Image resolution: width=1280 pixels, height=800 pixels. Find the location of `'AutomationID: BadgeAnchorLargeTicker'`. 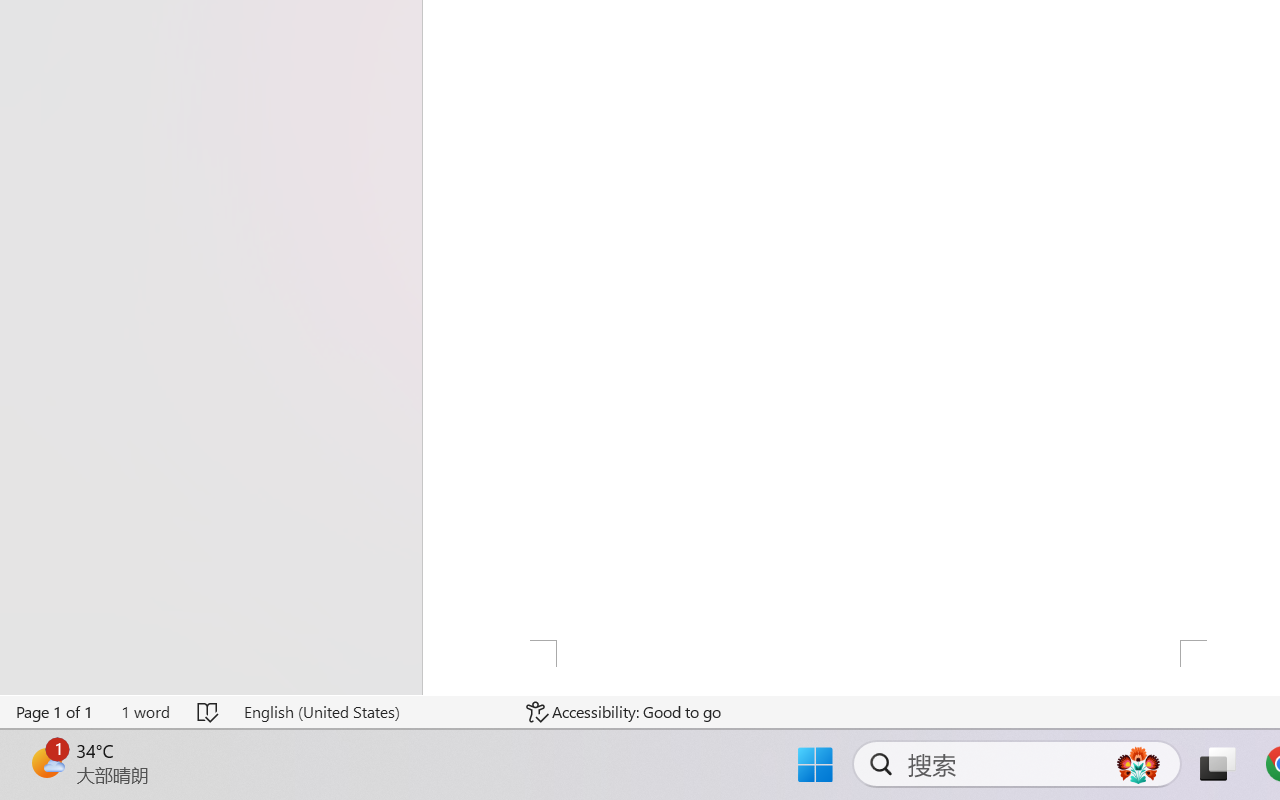

'AutomationID: BadgeAnchorLargeTicker' is located at coordinates (46, 762).